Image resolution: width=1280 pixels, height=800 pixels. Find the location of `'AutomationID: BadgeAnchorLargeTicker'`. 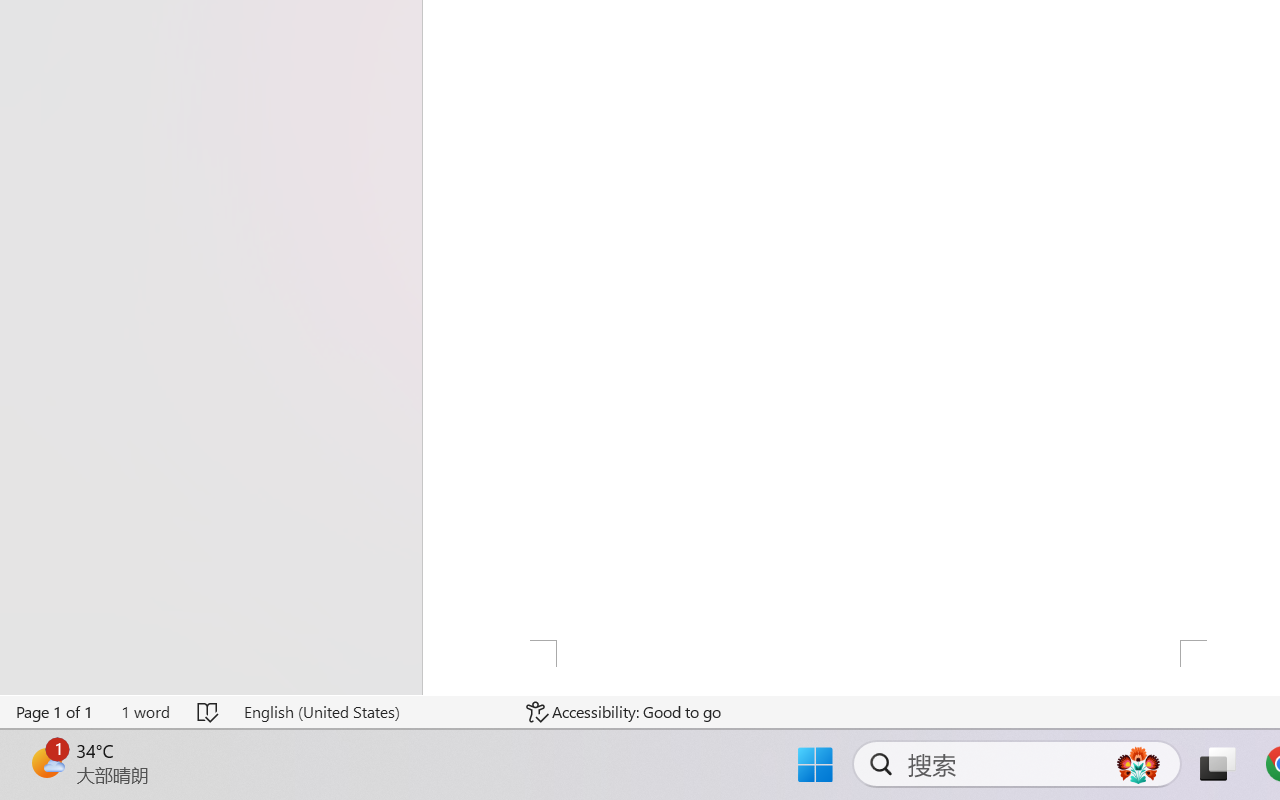

'AutomationID: BadgeAnchorLargeTicker' is located at coordinates (46, 762).